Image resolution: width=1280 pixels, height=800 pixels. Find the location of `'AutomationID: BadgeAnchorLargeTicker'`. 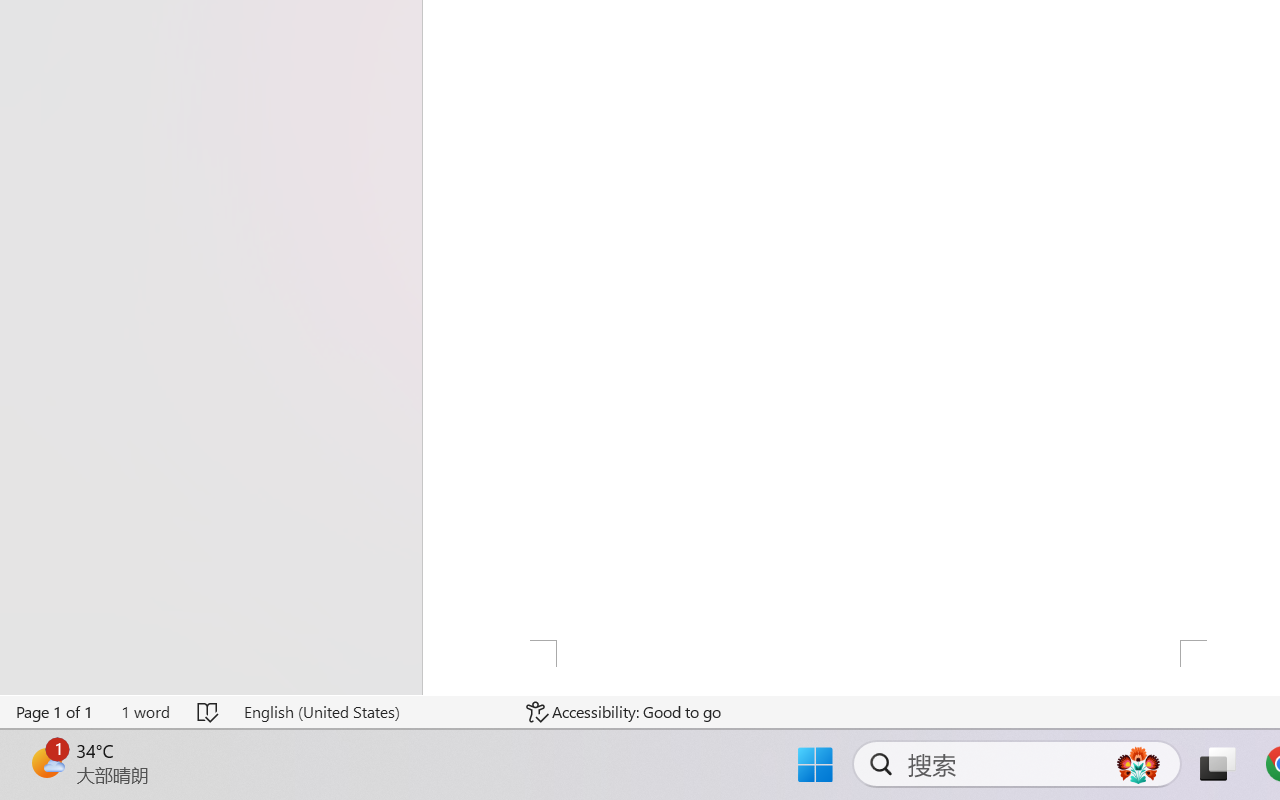

'AutomationID: BadgeAnchorLargeTicker' is located at coordinates (46, 762).